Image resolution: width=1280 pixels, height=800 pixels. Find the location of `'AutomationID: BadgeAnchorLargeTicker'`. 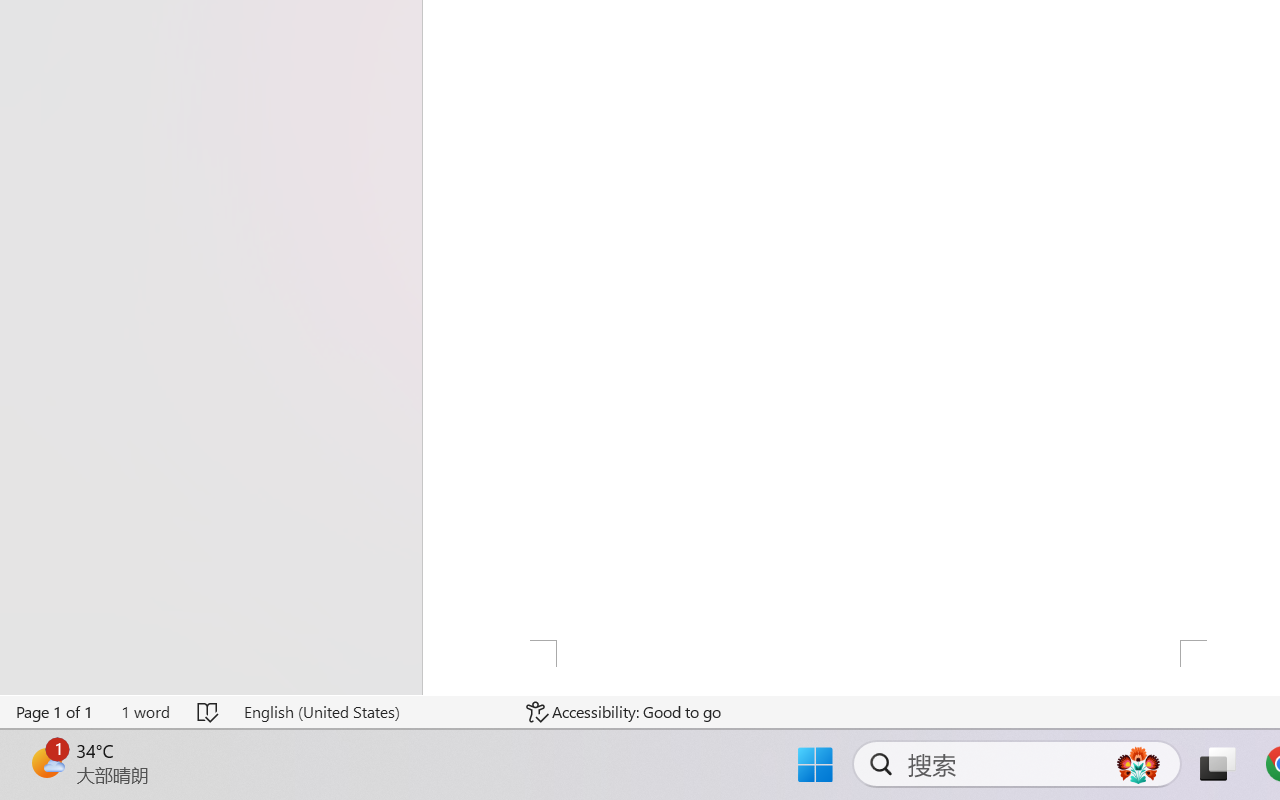

'AutomationID: BadgeAnchorLargeTicker' is located at coordinates (46, 762).